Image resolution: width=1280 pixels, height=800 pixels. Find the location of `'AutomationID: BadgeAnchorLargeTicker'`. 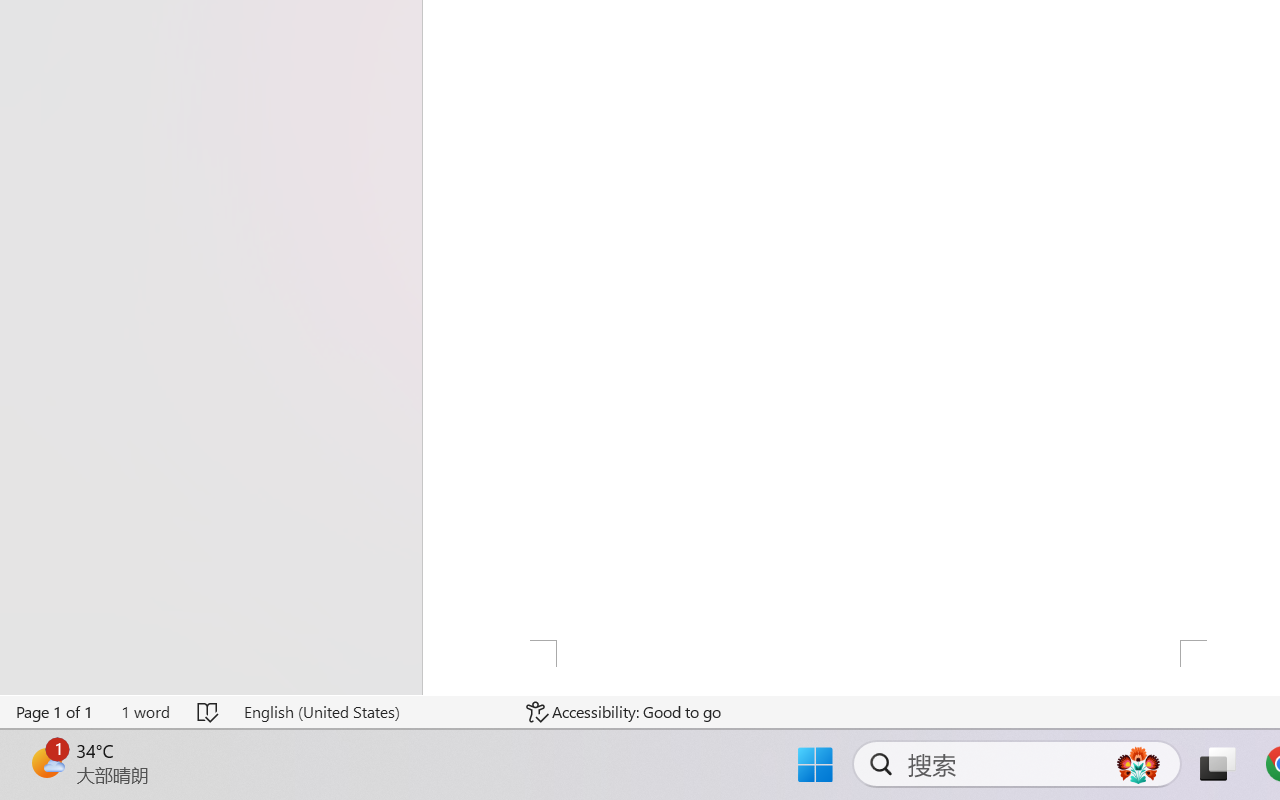

'AutomationID: BadgeAnchorLargeTicker' is located at coordinates (46, 762).